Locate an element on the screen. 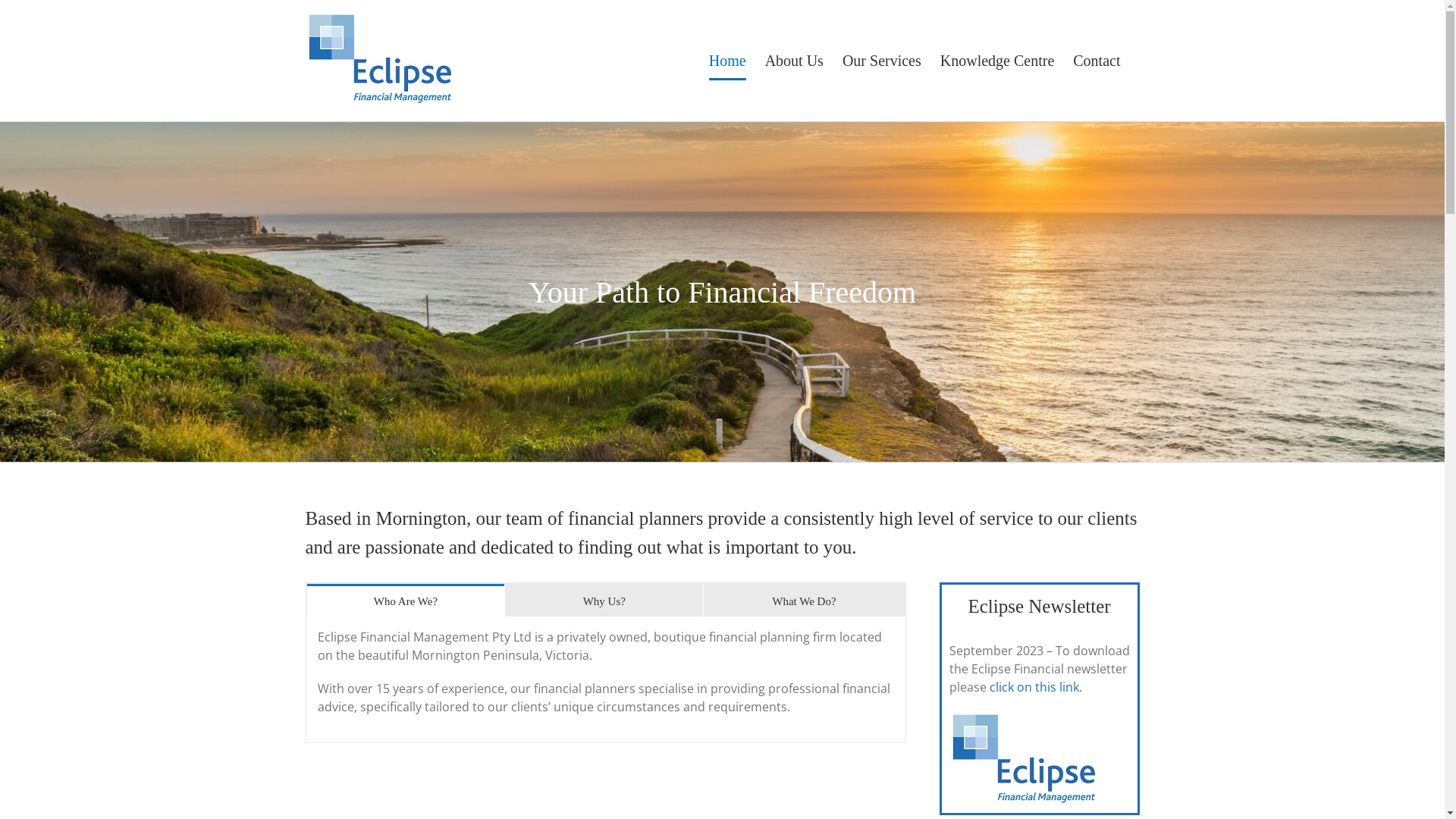  'EclipseFM-logo-2017' is located at coordinates (949, 758).